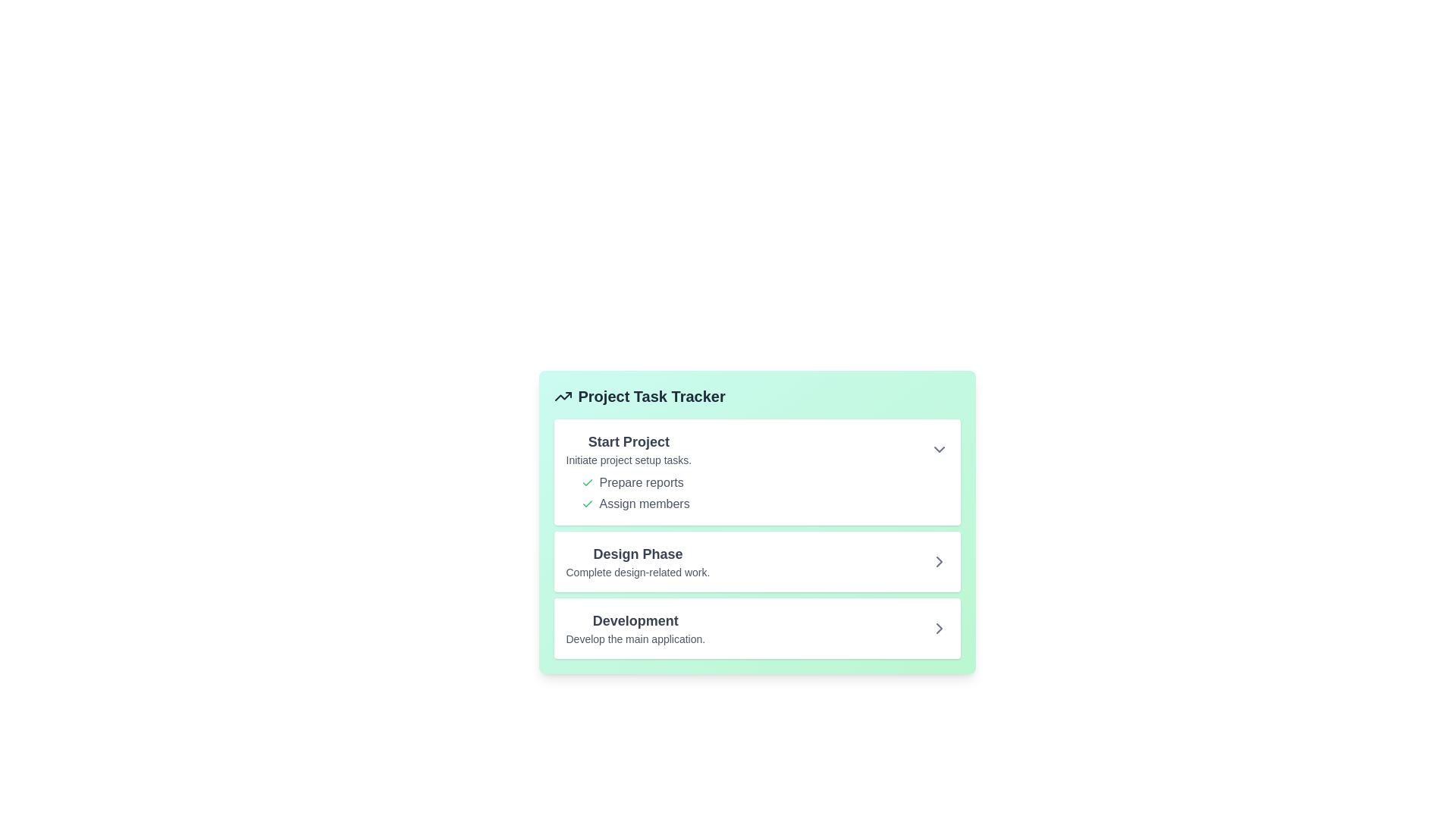  I want to click on the step Assign members in the expanded task, so click(586, 504).